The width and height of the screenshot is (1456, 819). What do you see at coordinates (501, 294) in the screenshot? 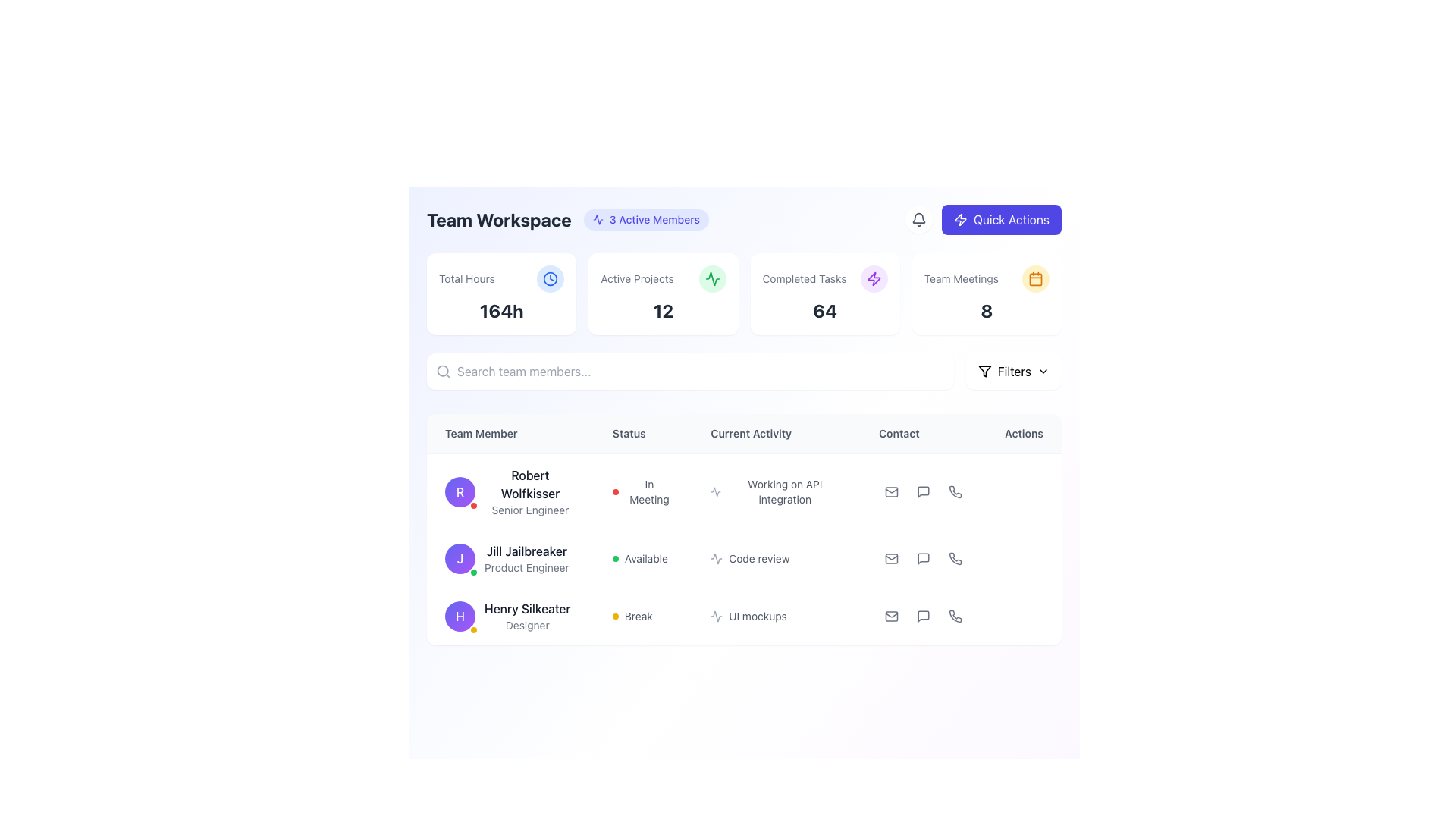
I see `the first card in the horizontal group of four cards, which has a white background, rounded corners, and displays 'Total Hours' at the top and '164h' at the bottom` at bounding box center [501, 294].